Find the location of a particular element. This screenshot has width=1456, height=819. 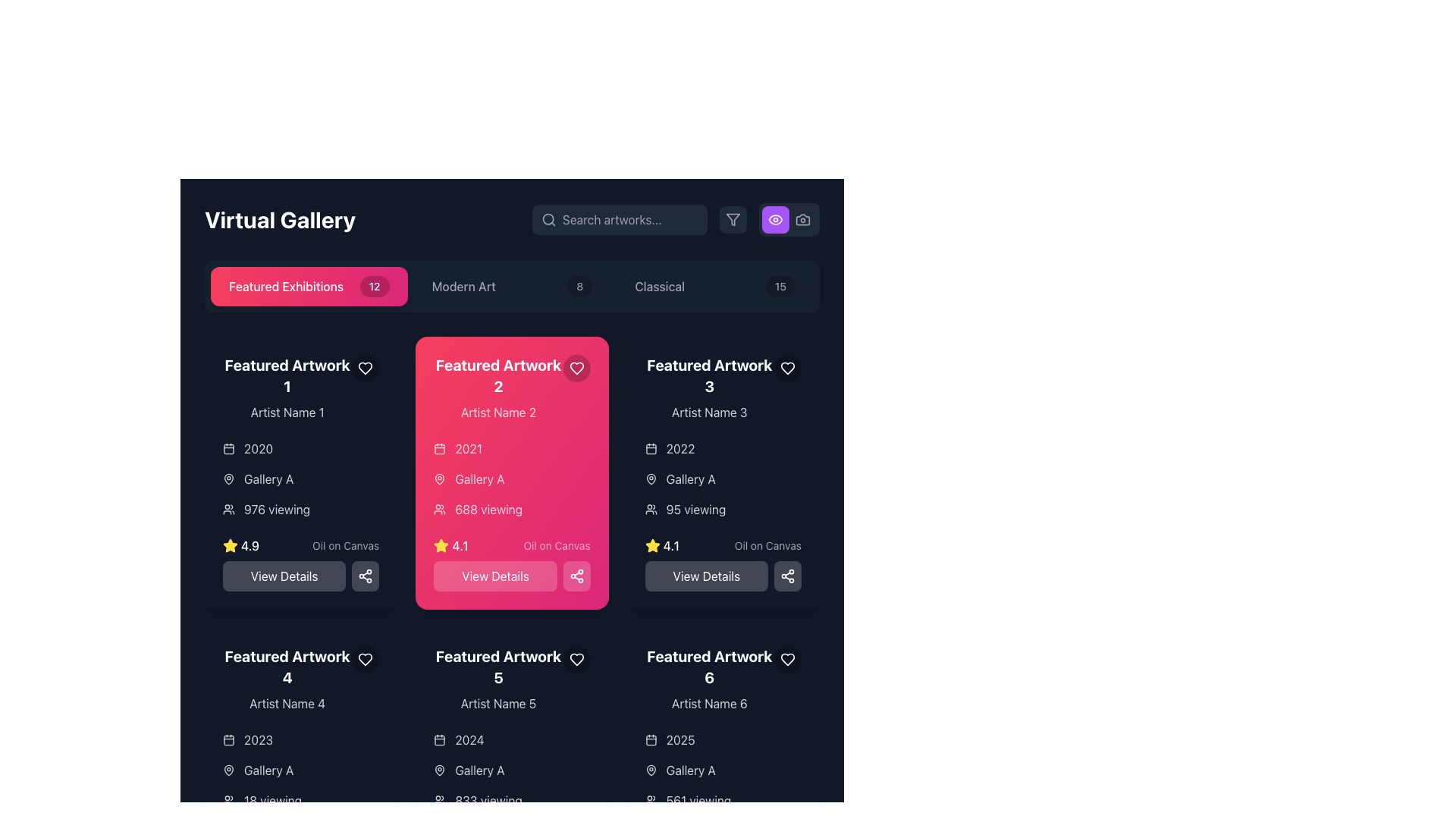

the text label providing descriptive information about the artwork, located to the right of the rating star icon and numeric rating in the metadata section under 'Featured Artwork 1' is located at coordinates (345, 546).